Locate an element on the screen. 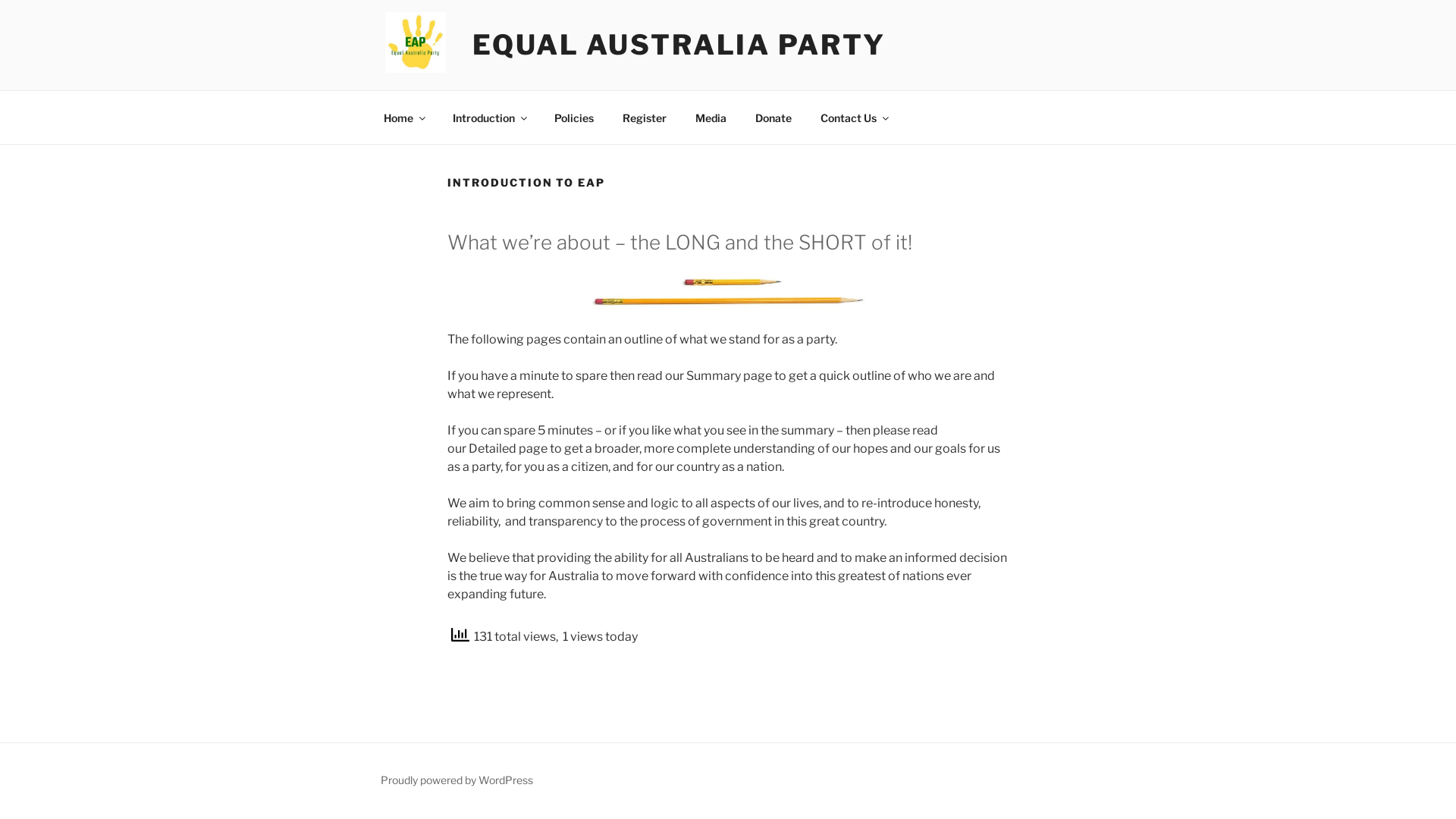 The image size is (1456, 819). 'Policies' is located at coordinates (573, 116).